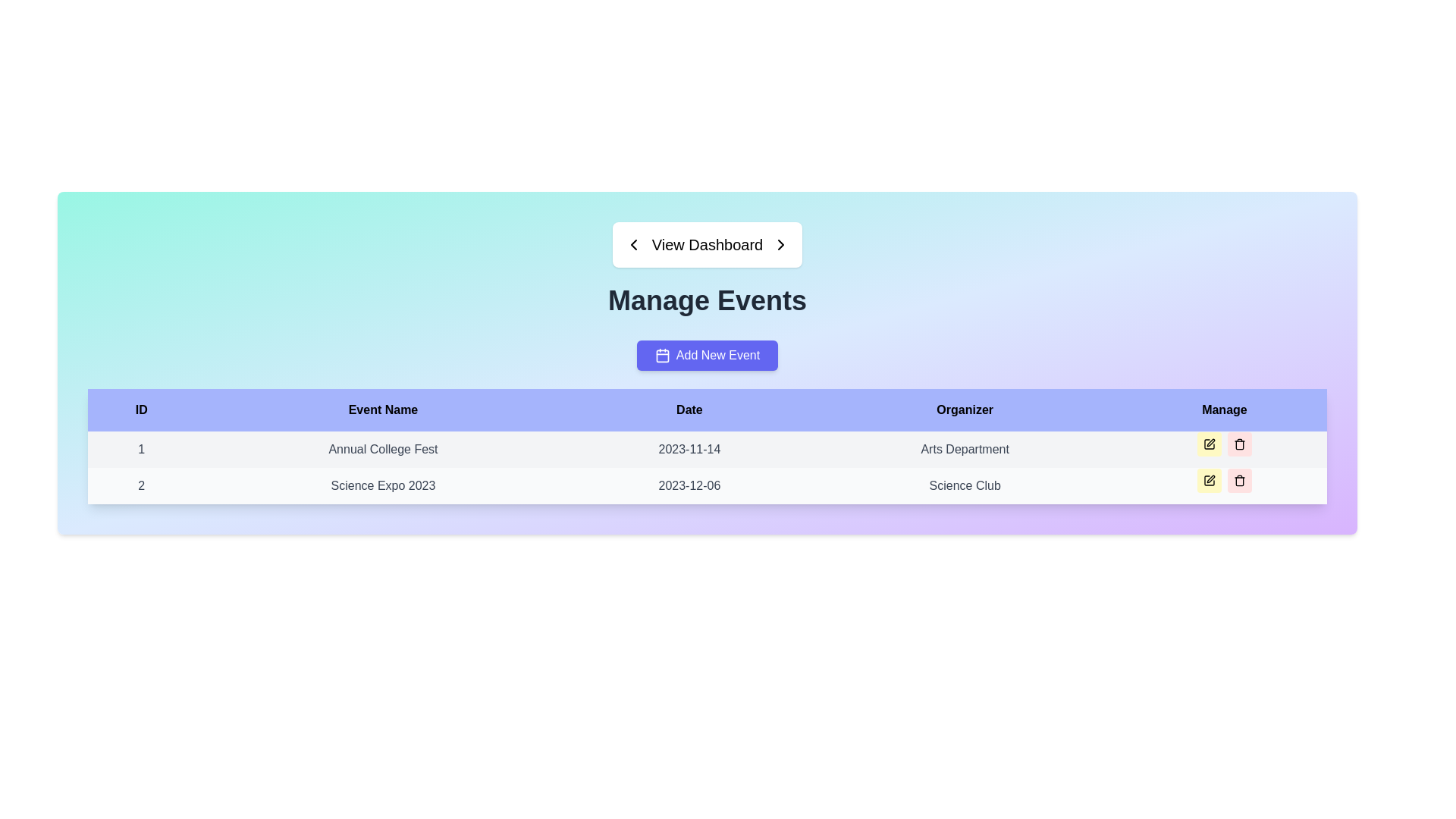 The height and width of the screenshot is (819, 1456). Describe the element at coordinates (1208, 444) in the screenshot. I see `the pen icon button on the yellow background in the 'Manage' column under the 'Annual College Fest' row` at that location.